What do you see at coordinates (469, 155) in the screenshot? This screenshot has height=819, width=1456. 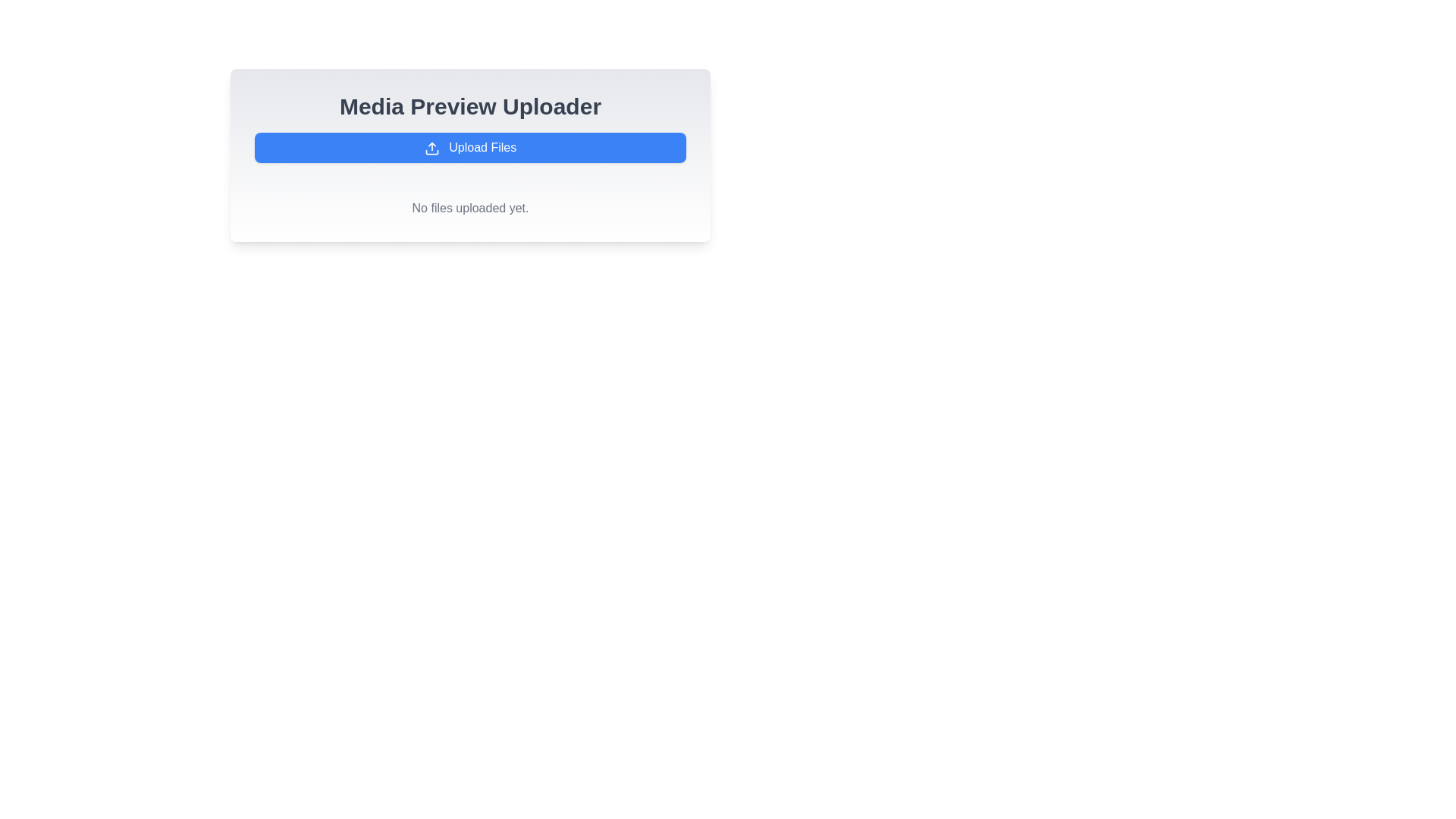 I see `the 'Upload Files' button in the 'Media Preview Uploader' component to initiate the file upload` at bounding box center [469, 155].